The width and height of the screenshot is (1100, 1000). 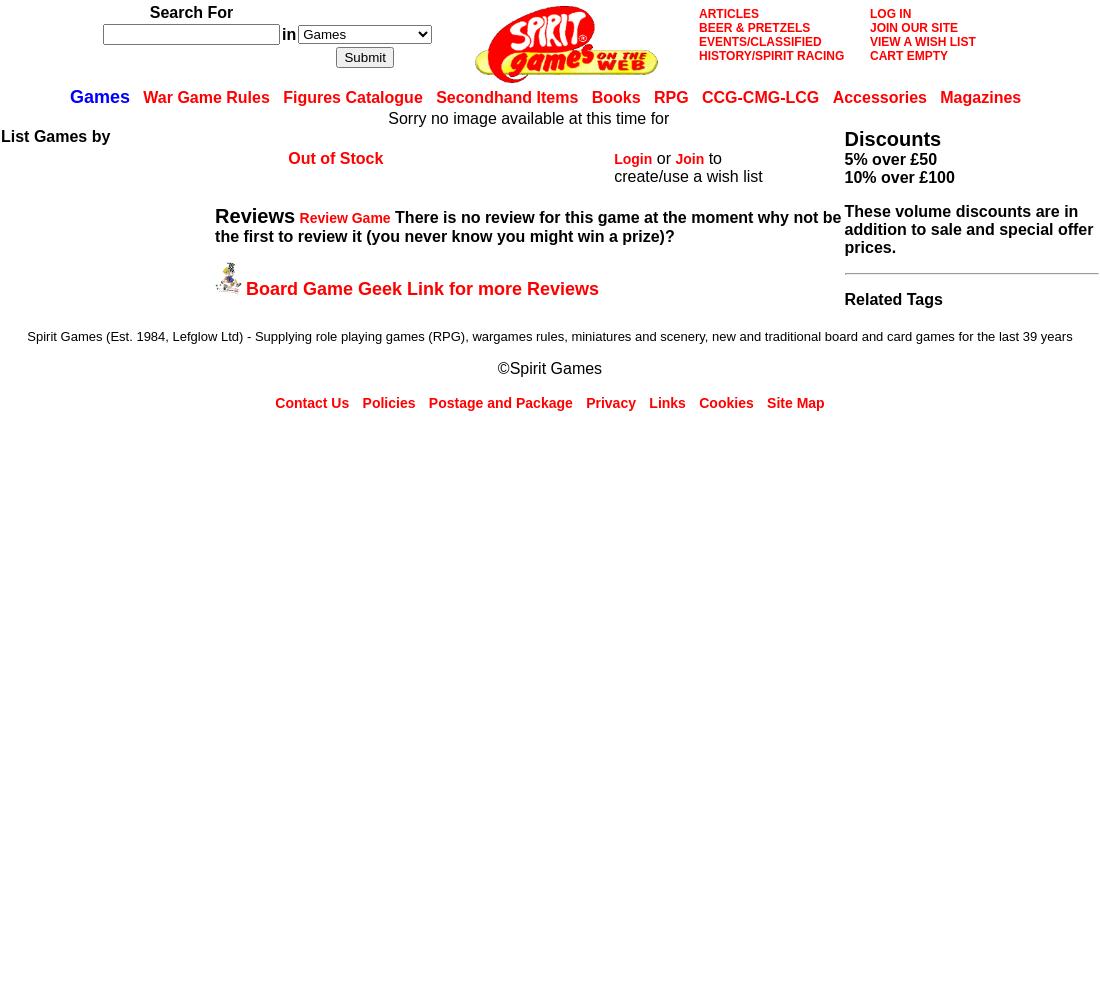 What do you see at coordinates (142, 96) in the screenshot?
I see `'War Game Rules'` at bounding box center [142, 96].